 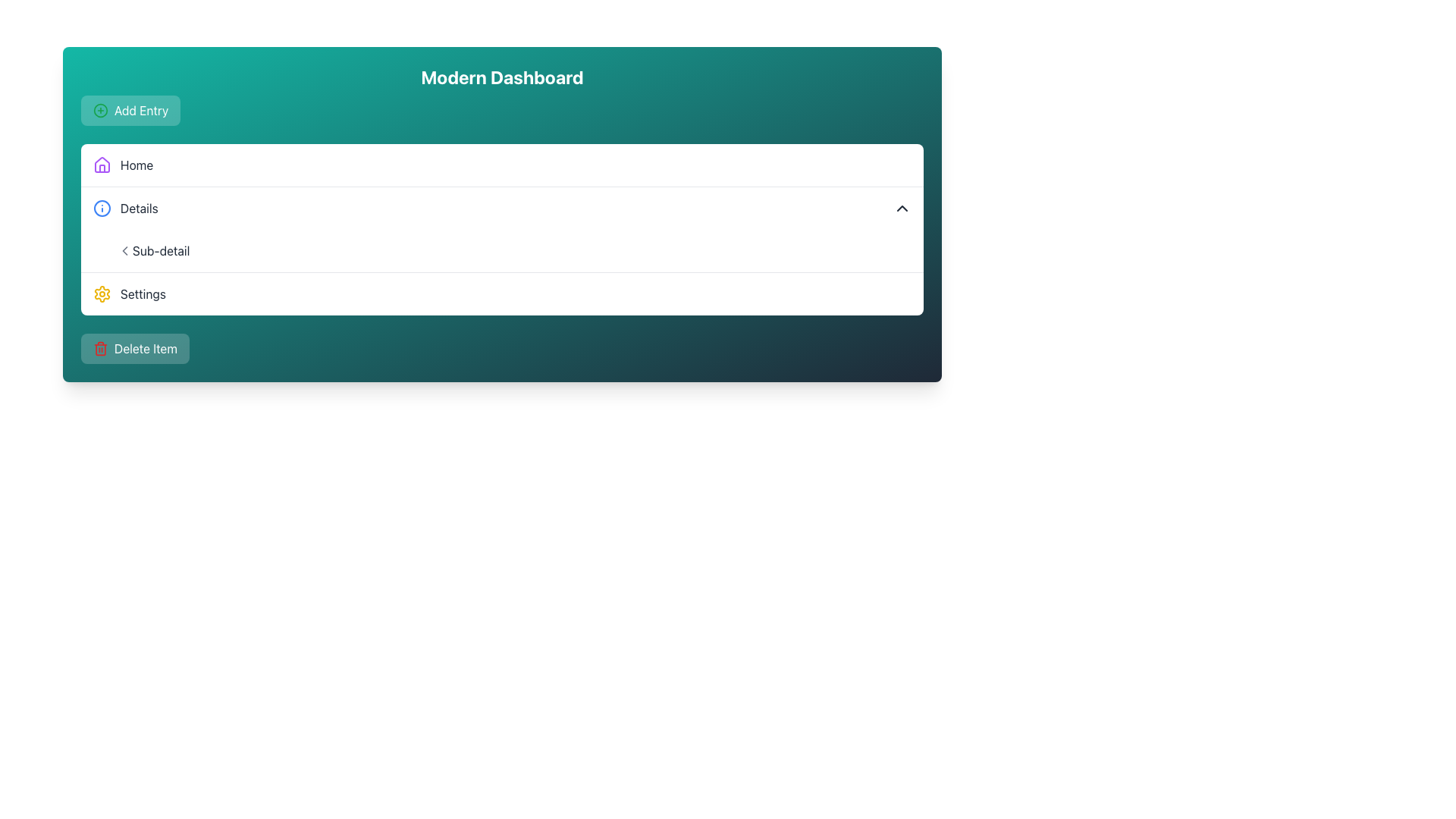 I want to click on the Interactive List Item located in the 'Modern Dashboard' panel, positioned between 'Details' and 'Settings', so click(x=514, y=250).